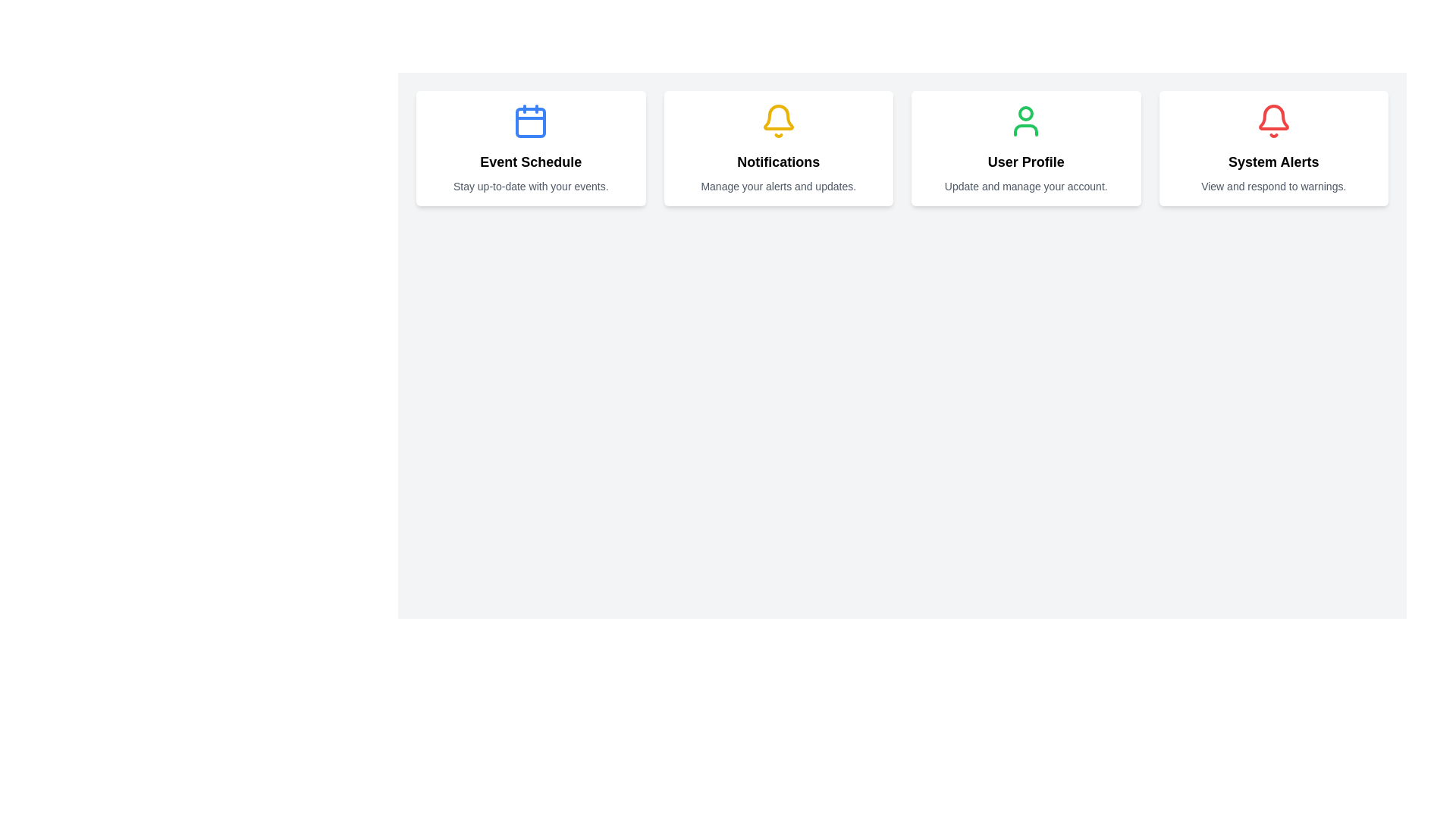 This screenshot has width=1456, height=819. Describe the element at coordinates (1026, 130) in the screenshot. I see `the lower portion of the user profile icon within the 'User Profile' card, which visually represents a human torso` at that location.